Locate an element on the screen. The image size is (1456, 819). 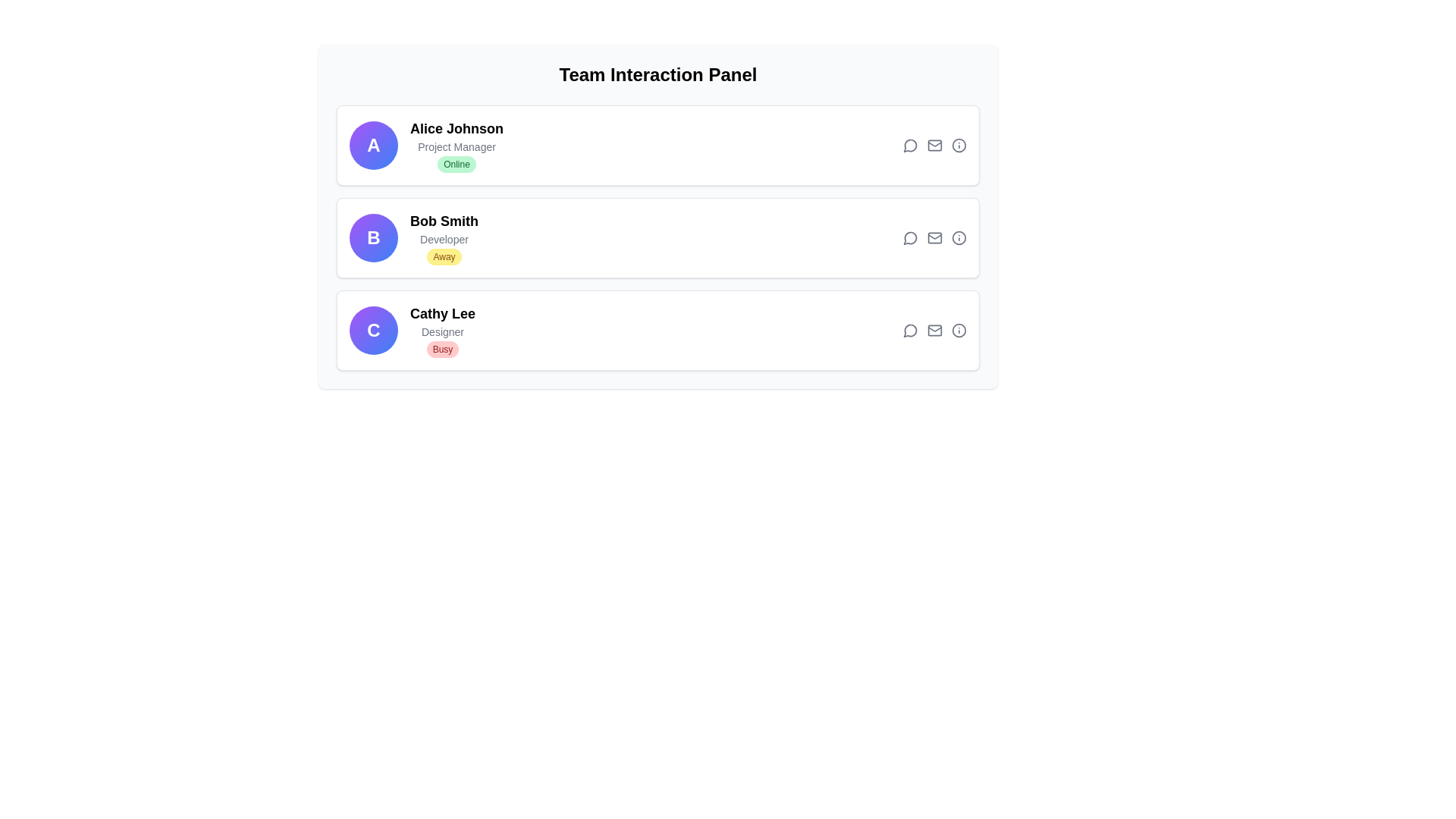
the circular 'info' icon button located in the 'Team Interaction Panel' section, which is the last among three similar icons associated with 'Alice Johnson' is located at coordinates (959, 146).